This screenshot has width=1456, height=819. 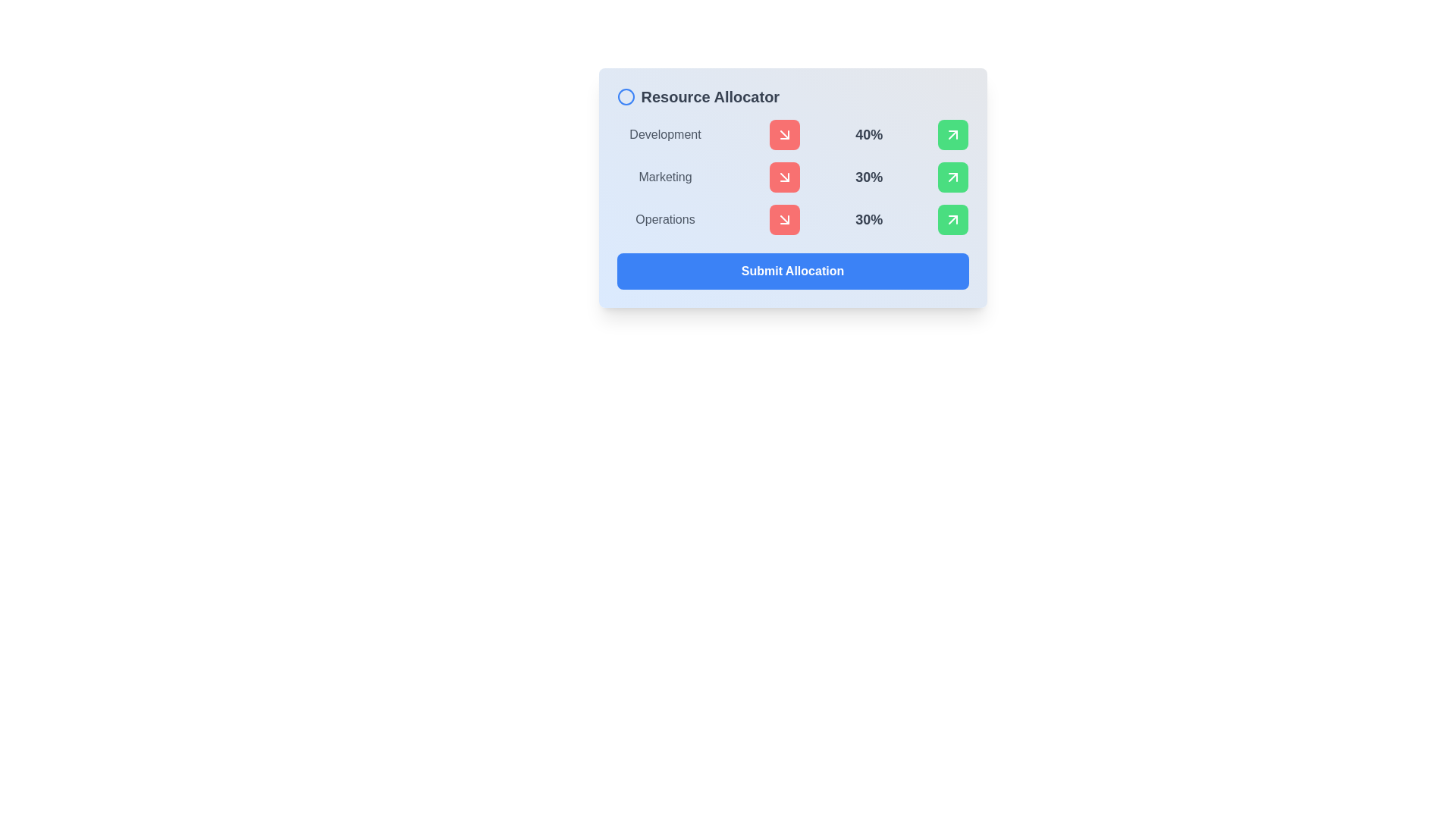 What do you see at coordinates (784, 177) in the screenshot?
I see `the red square button with a downward-right white arrow located in the second row under 'Marketing'` at bounding box center [784, 177].